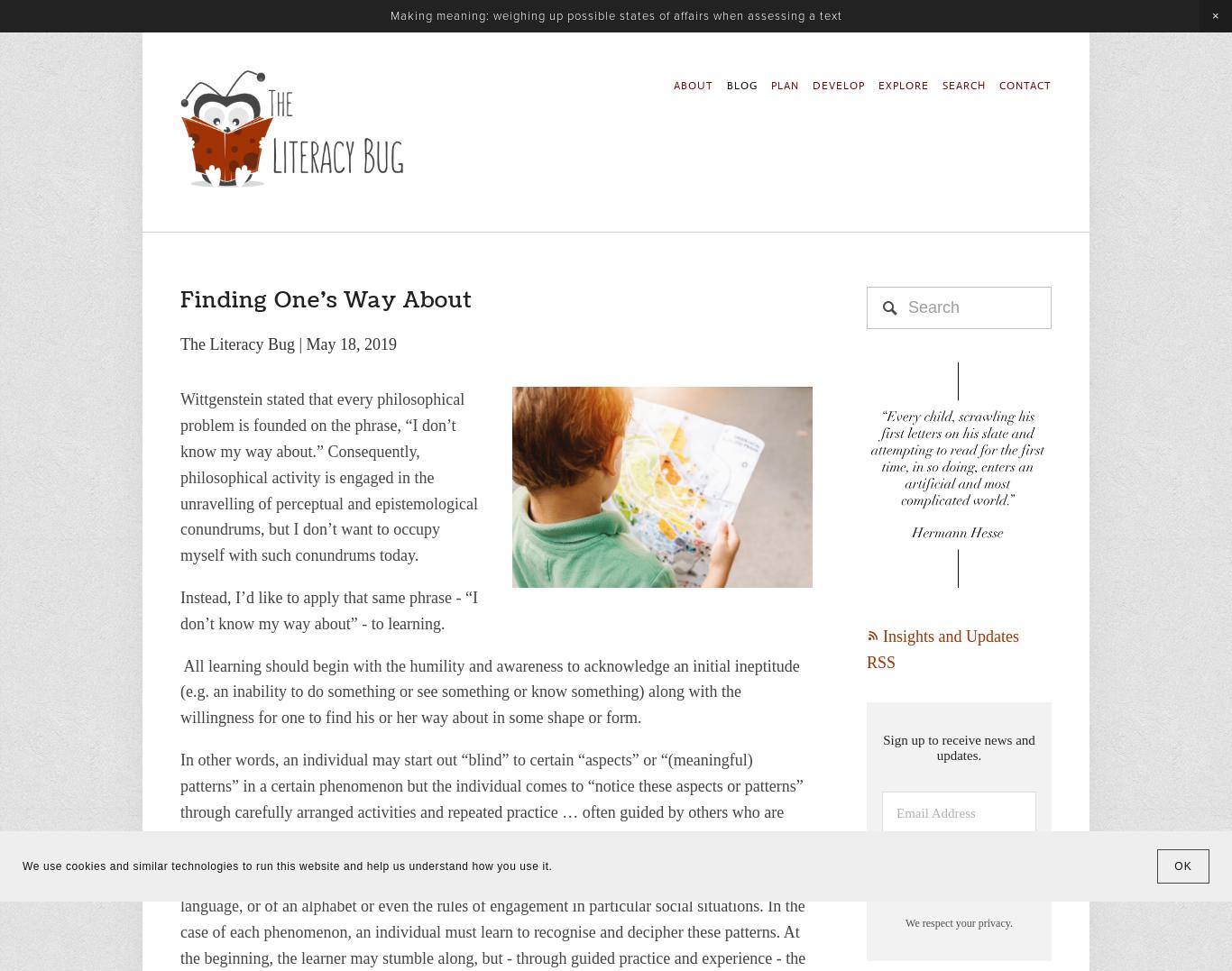 The height and width of the screenshot is (971, 1232). I want to click on 'Blog', so click(188, 84).